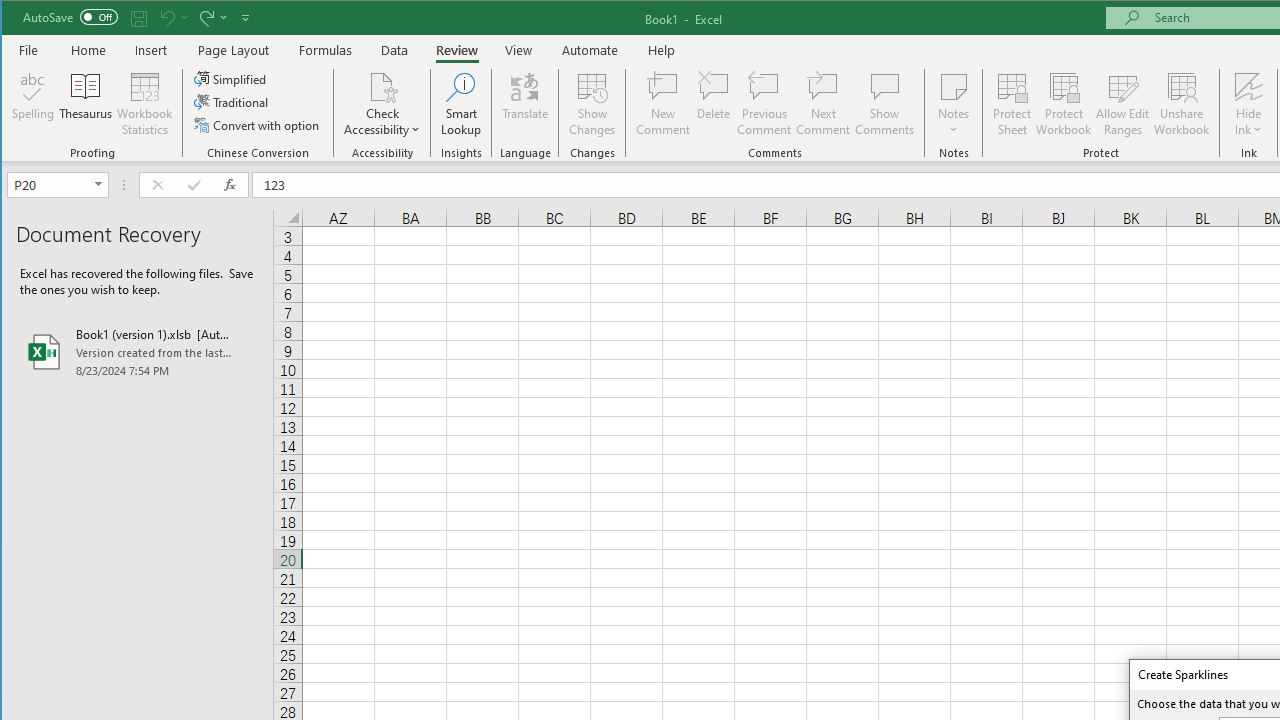 Image resolution: width=1280 pixels, height=720 pixels. Describe the element at coordinates (525, 104) in the screenshot. I see `'Translate'` at that location.